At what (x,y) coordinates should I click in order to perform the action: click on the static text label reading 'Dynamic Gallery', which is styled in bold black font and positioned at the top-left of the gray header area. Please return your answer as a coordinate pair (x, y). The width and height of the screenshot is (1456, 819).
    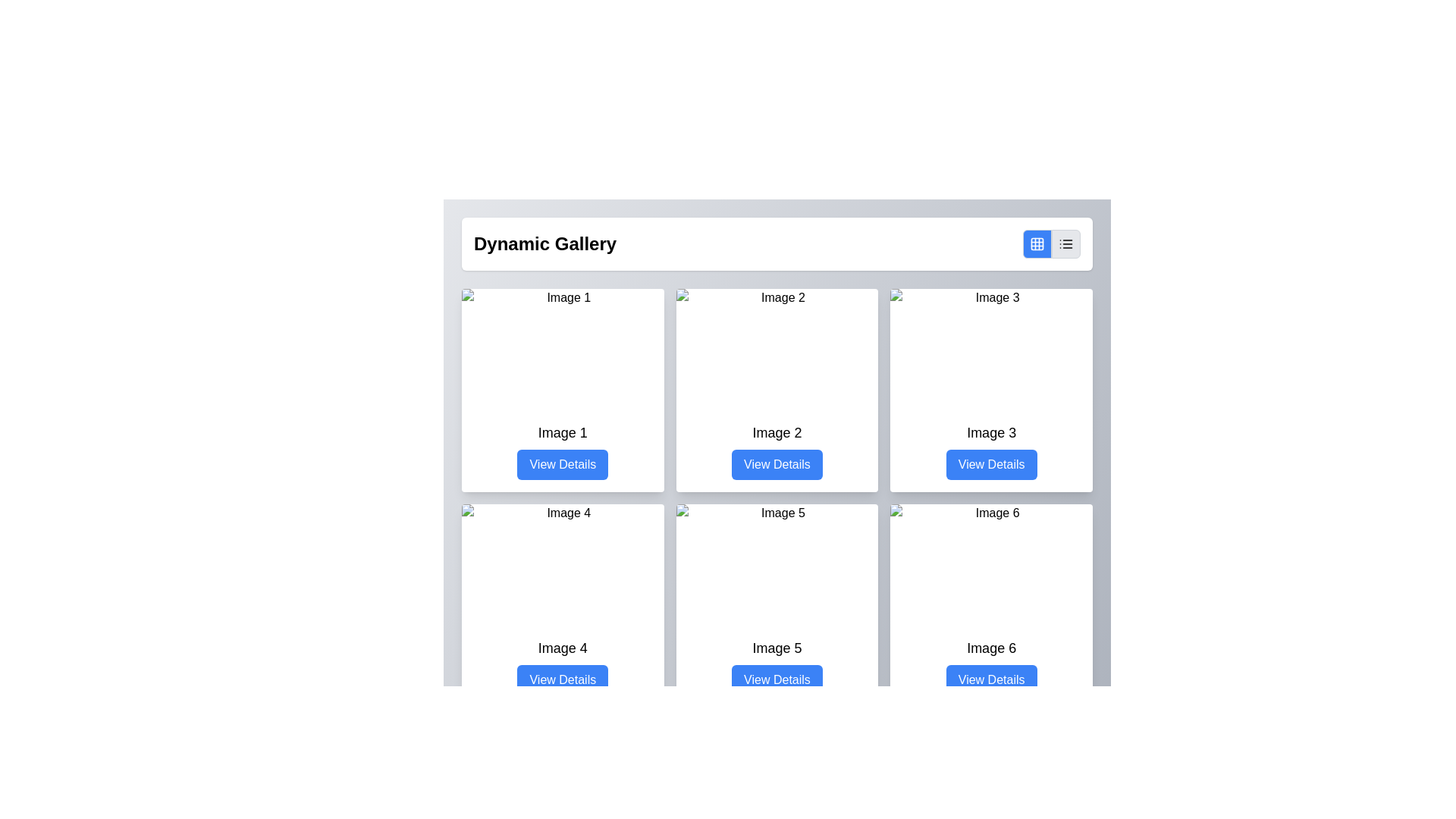
    Looking at the image, I should click on (545, 243).